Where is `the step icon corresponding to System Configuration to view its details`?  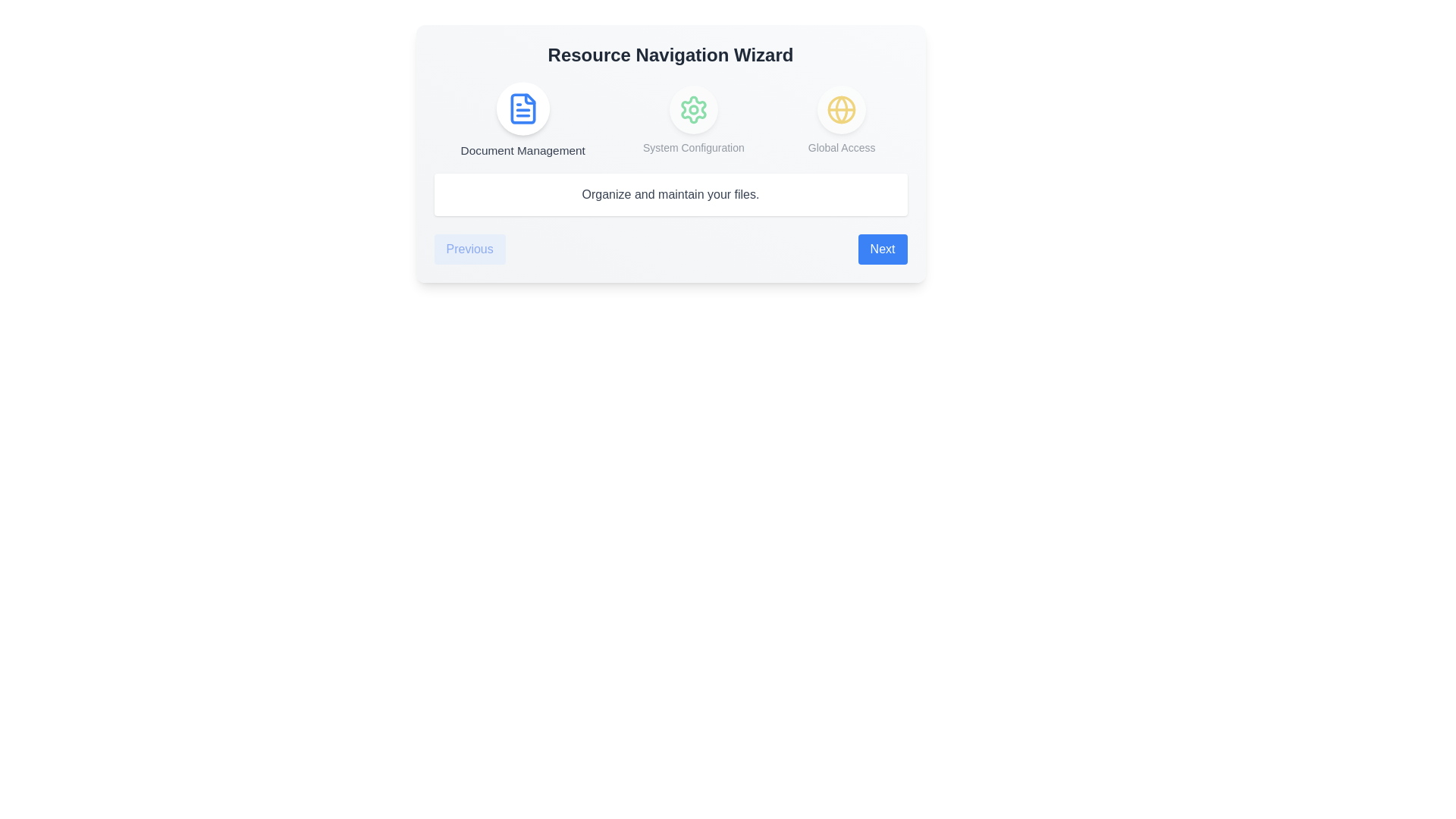
the step icon corresponding to System Configuration to view its details is located at coordinates (692, 109).